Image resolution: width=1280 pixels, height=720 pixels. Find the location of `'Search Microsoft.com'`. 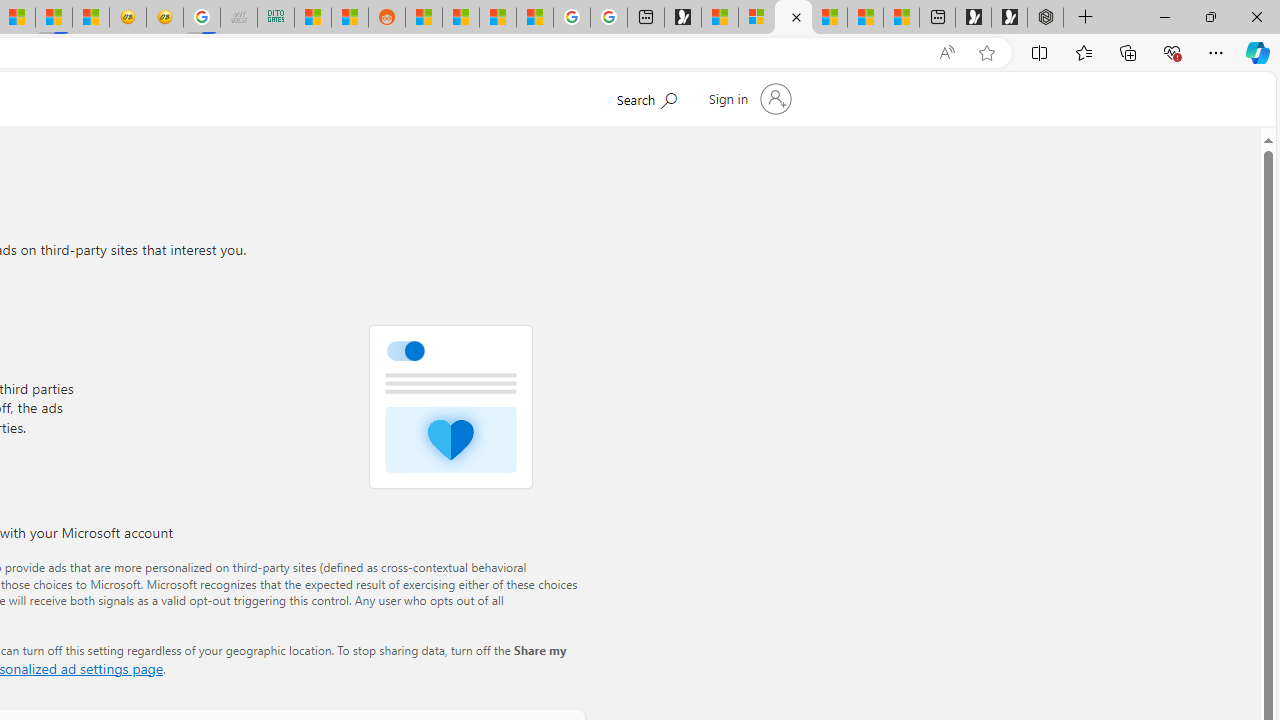

'Search Microsoft.com' is located at coordinates (646, 97).